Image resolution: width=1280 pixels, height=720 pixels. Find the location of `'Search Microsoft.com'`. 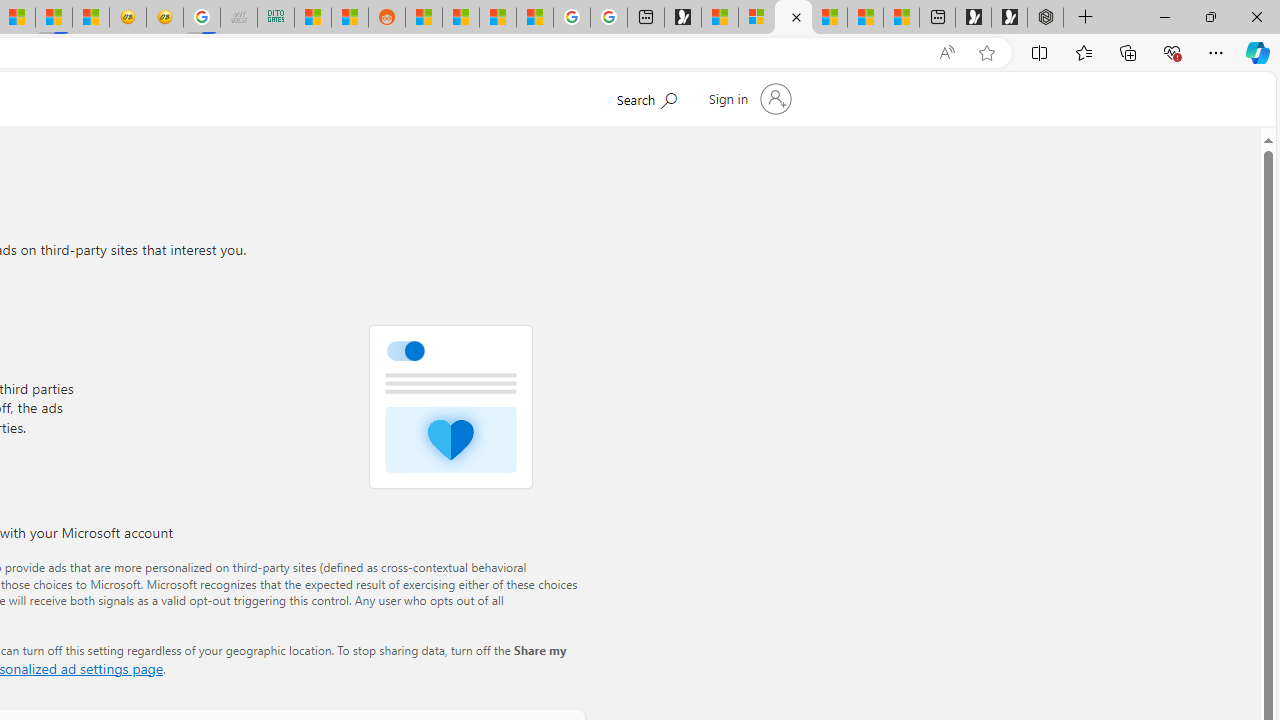

'Search Microsoft.com' is located at coordinates (646, 97).